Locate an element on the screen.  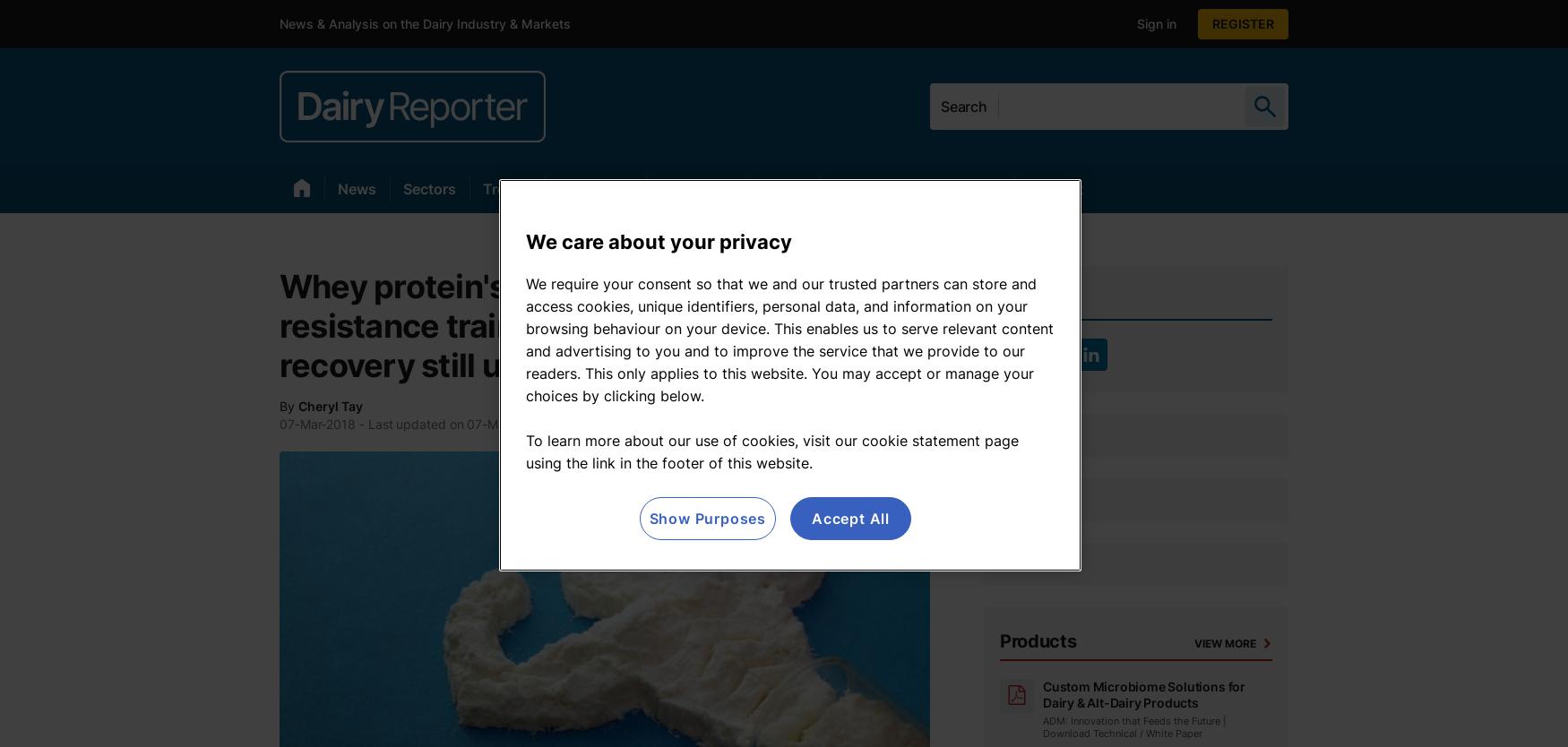
'My account' is located at coordinates (1271, 23).